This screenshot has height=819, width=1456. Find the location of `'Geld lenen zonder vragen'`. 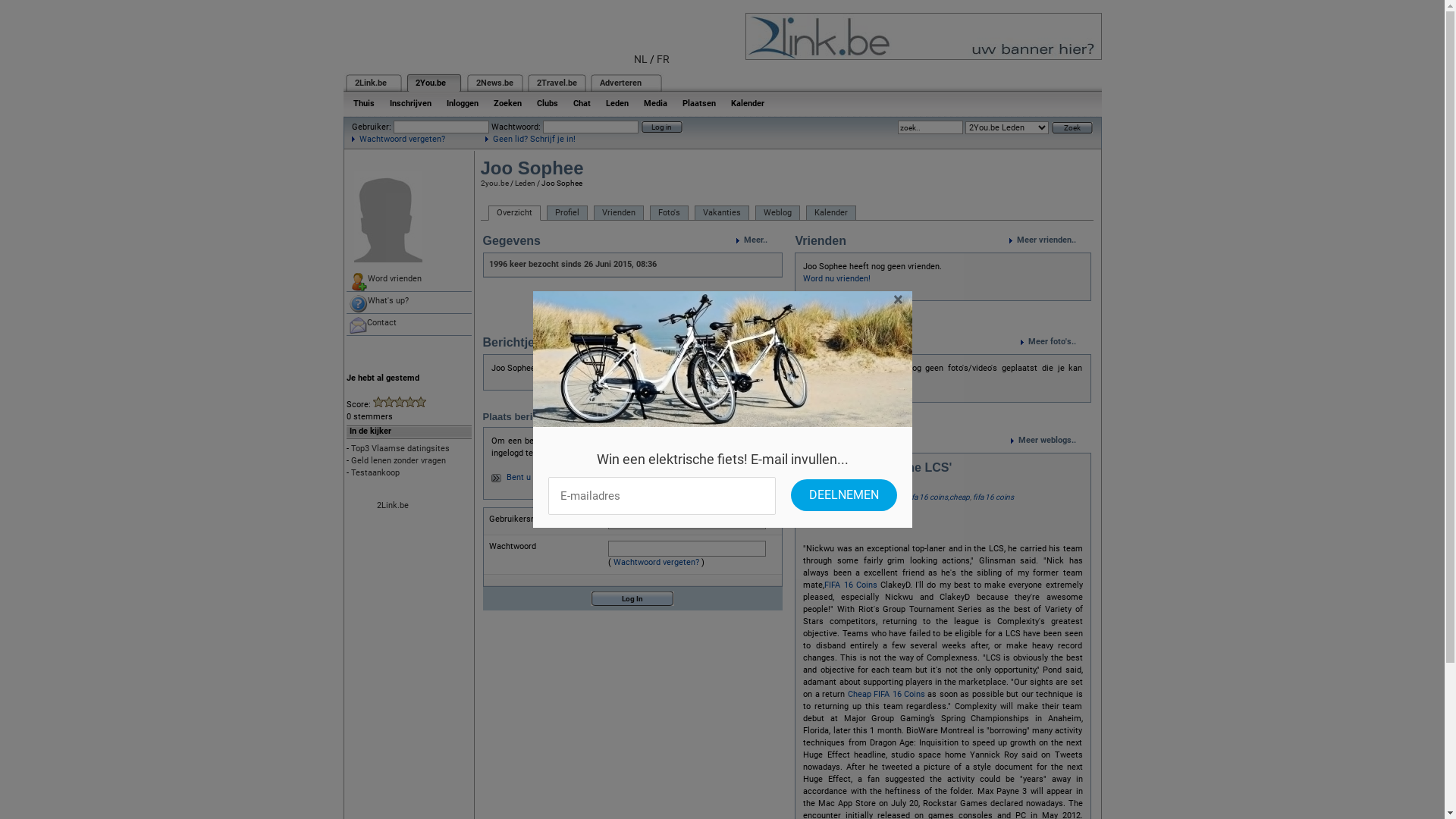

'Geld lenen zonder vragen' is located at coordinates (349, 460).